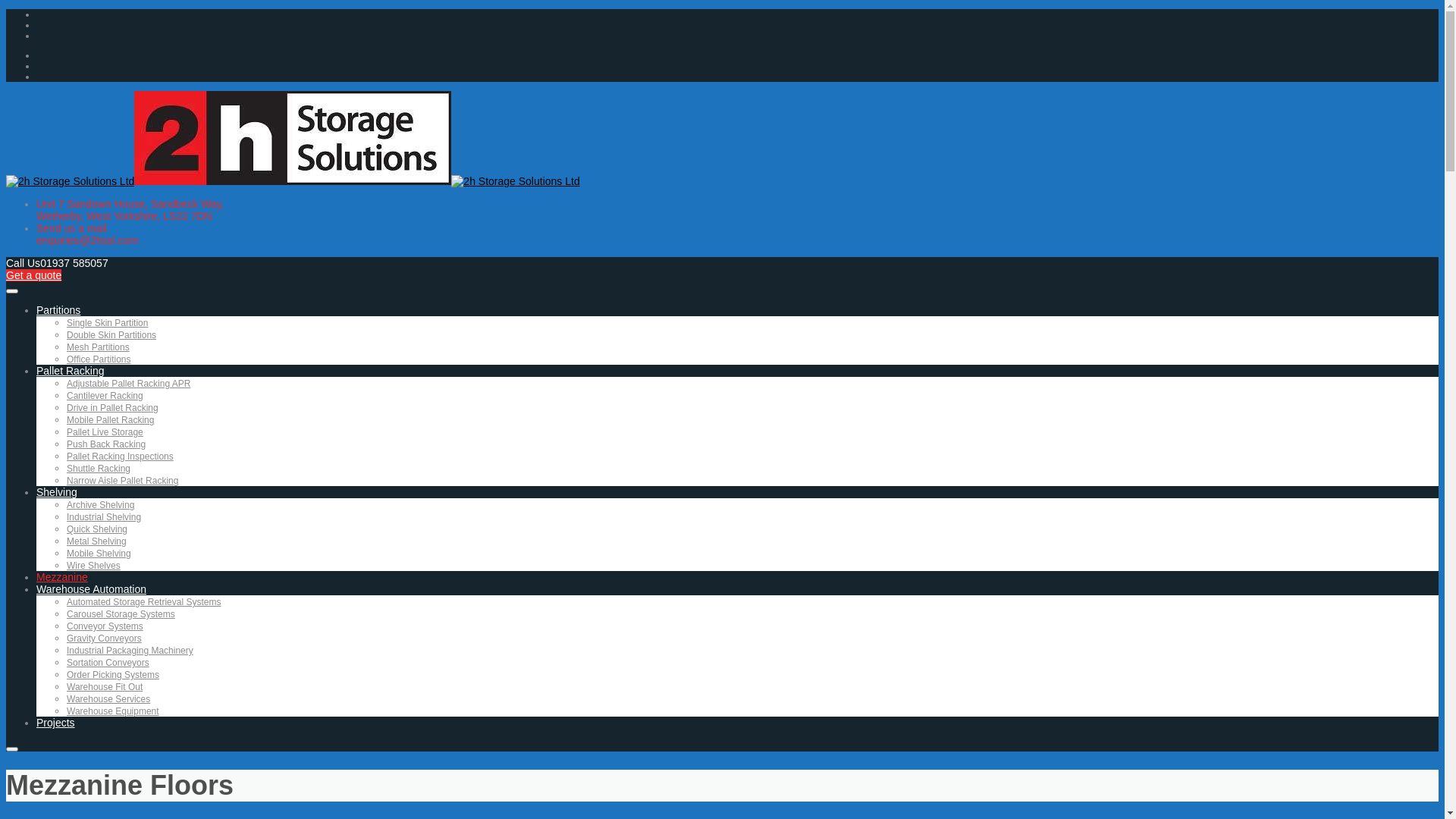  What do you see at coordinates (103, 638) in the screenshot?
I see `'Gravity Conveyors'` at bounding box center [103, 638].